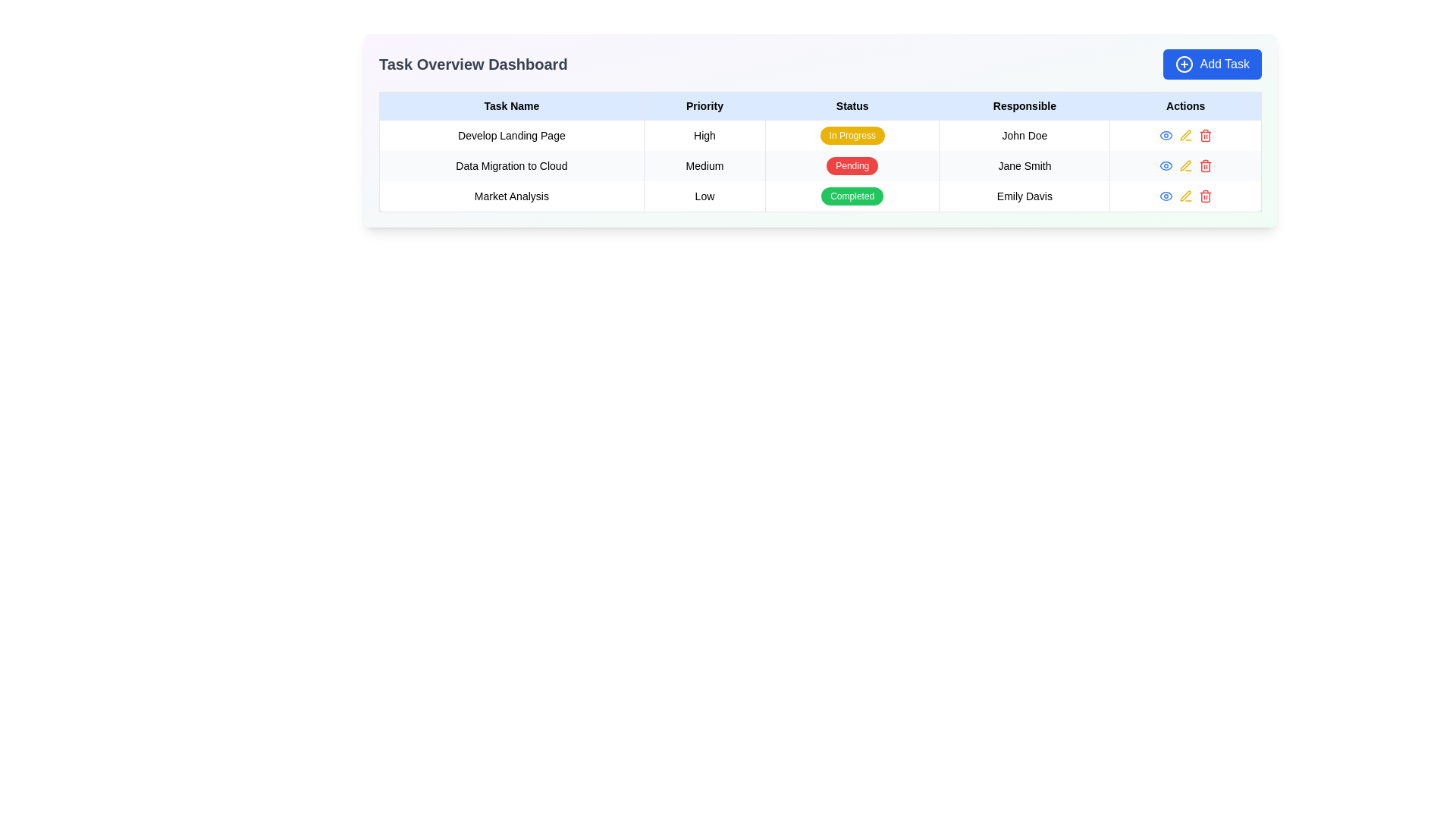  I want to click on the outer circular boundary of the 'add task' icon located at the top-right corner of the interface, so click(1184, 63).